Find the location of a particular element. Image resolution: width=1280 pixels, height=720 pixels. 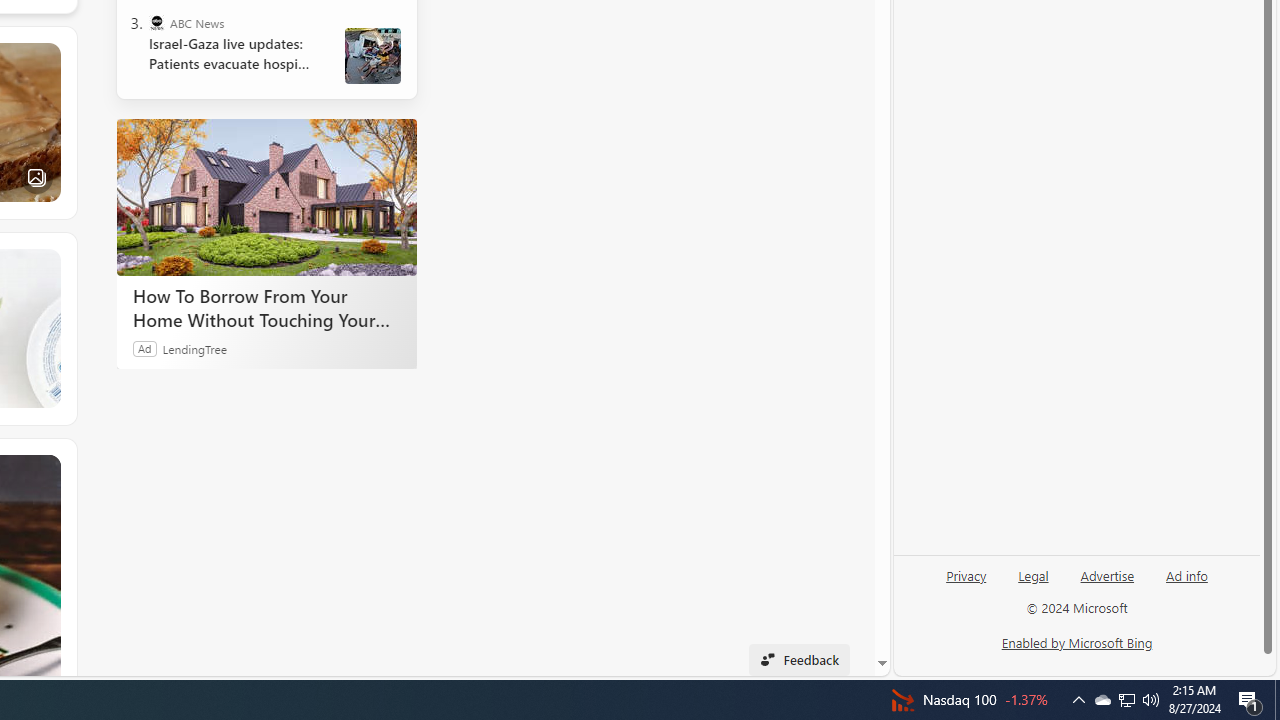

'LendingTree' is located at coordinates (195, 347).